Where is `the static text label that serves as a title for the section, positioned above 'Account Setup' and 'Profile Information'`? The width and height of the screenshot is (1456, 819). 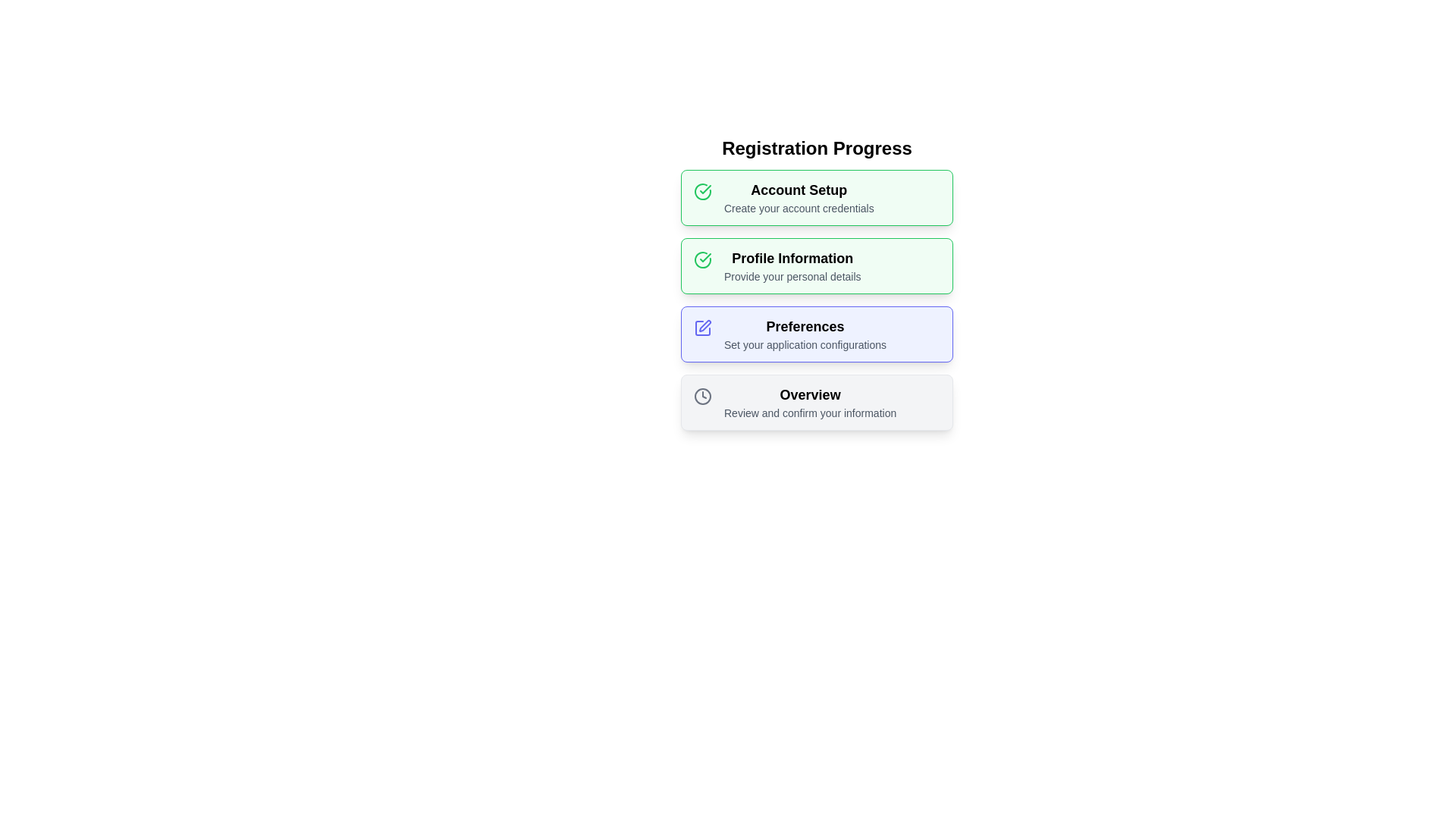 the static text label that serves as a title for the section, positioned above 'Account Setup' and 'Profile Information' is located at coordinates (816, 149).